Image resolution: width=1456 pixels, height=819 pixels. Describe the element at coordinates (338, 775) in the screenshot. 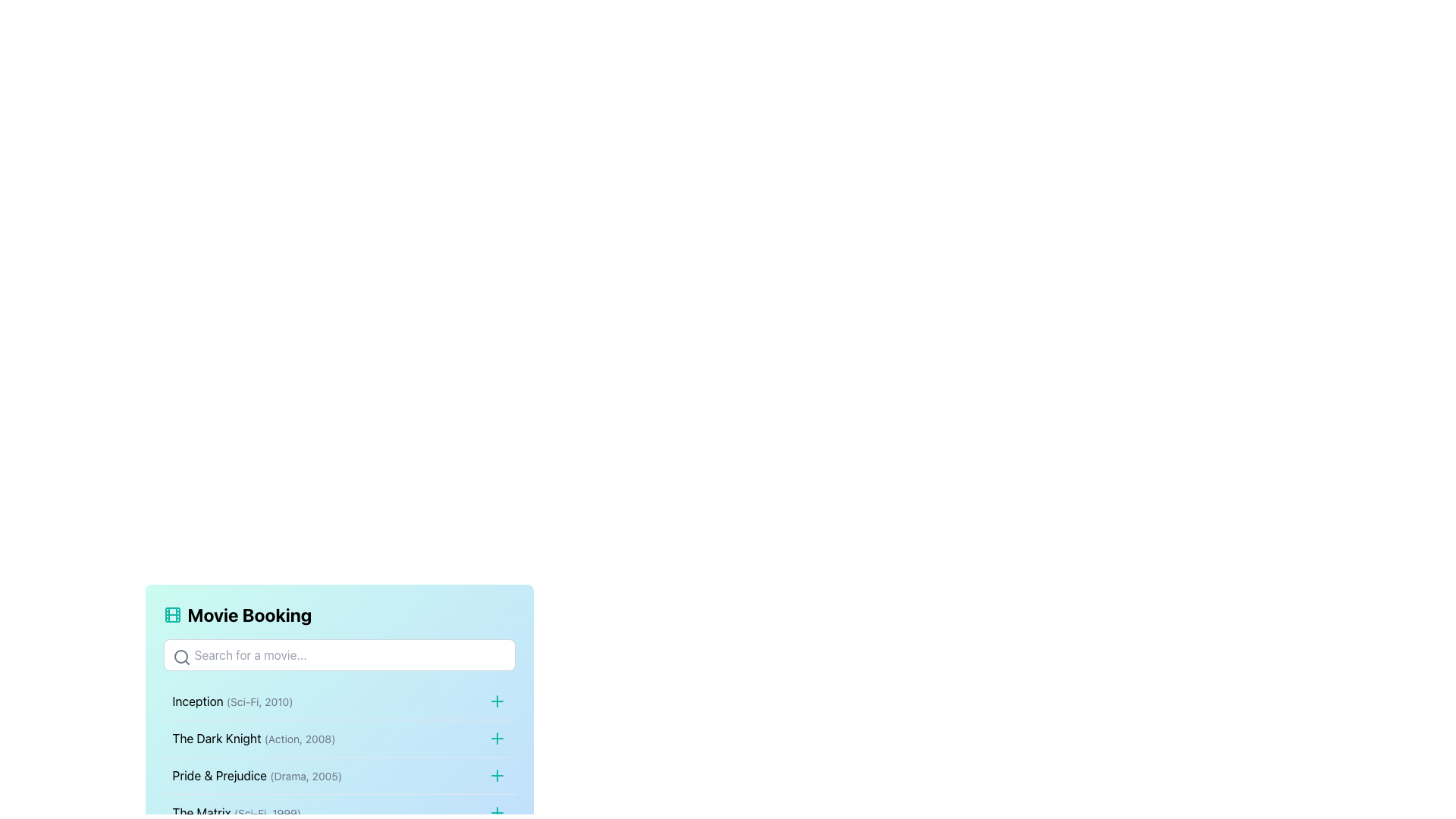

I see `the teal plus icon on the right side of the selectable list item labeled 'Pride & Prejudice (Drama, 2005)'` at that location.